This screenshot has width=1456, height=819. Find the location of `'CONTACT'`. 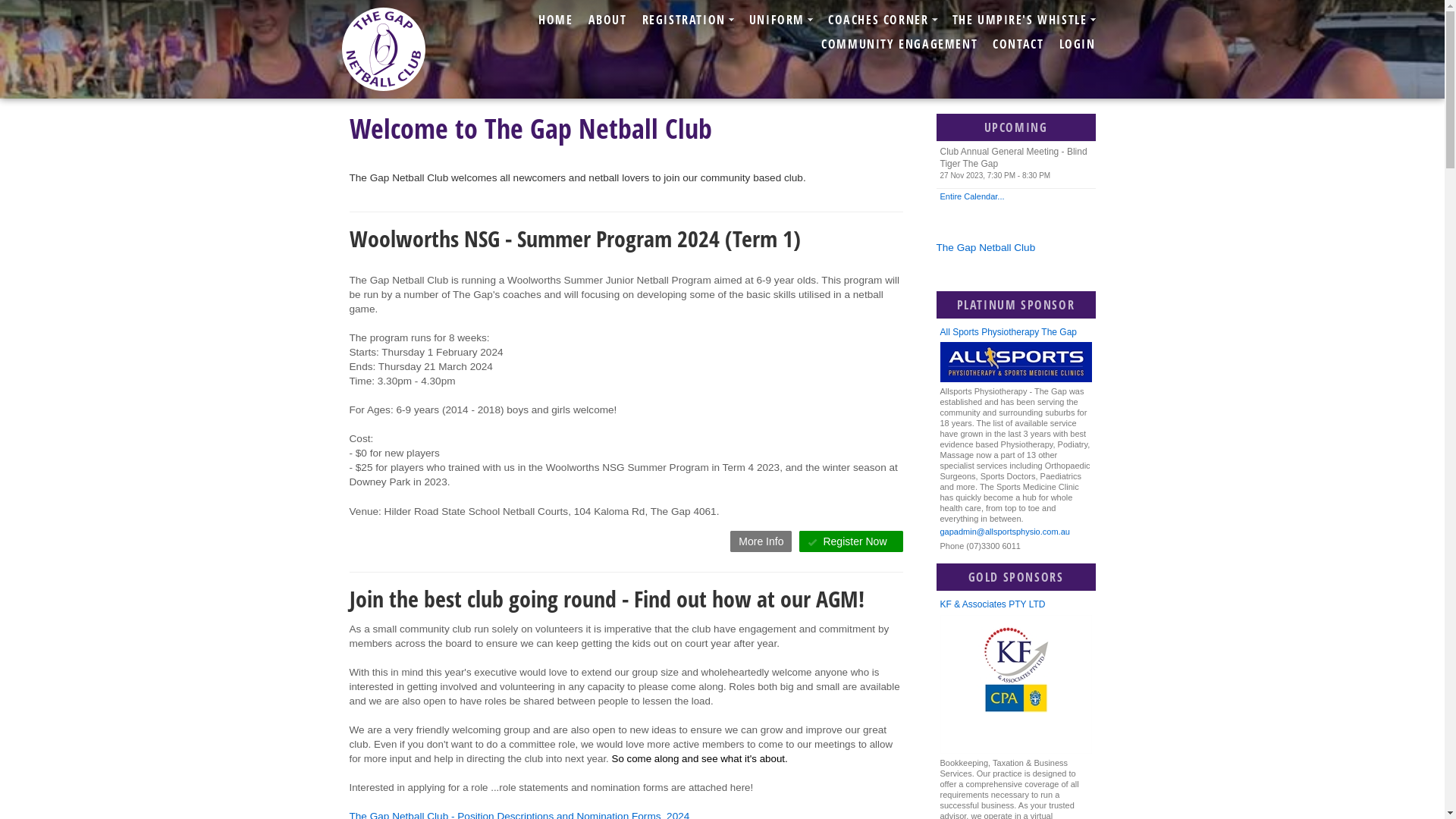

'CONTACT' is located at coordinates (1018, 42).